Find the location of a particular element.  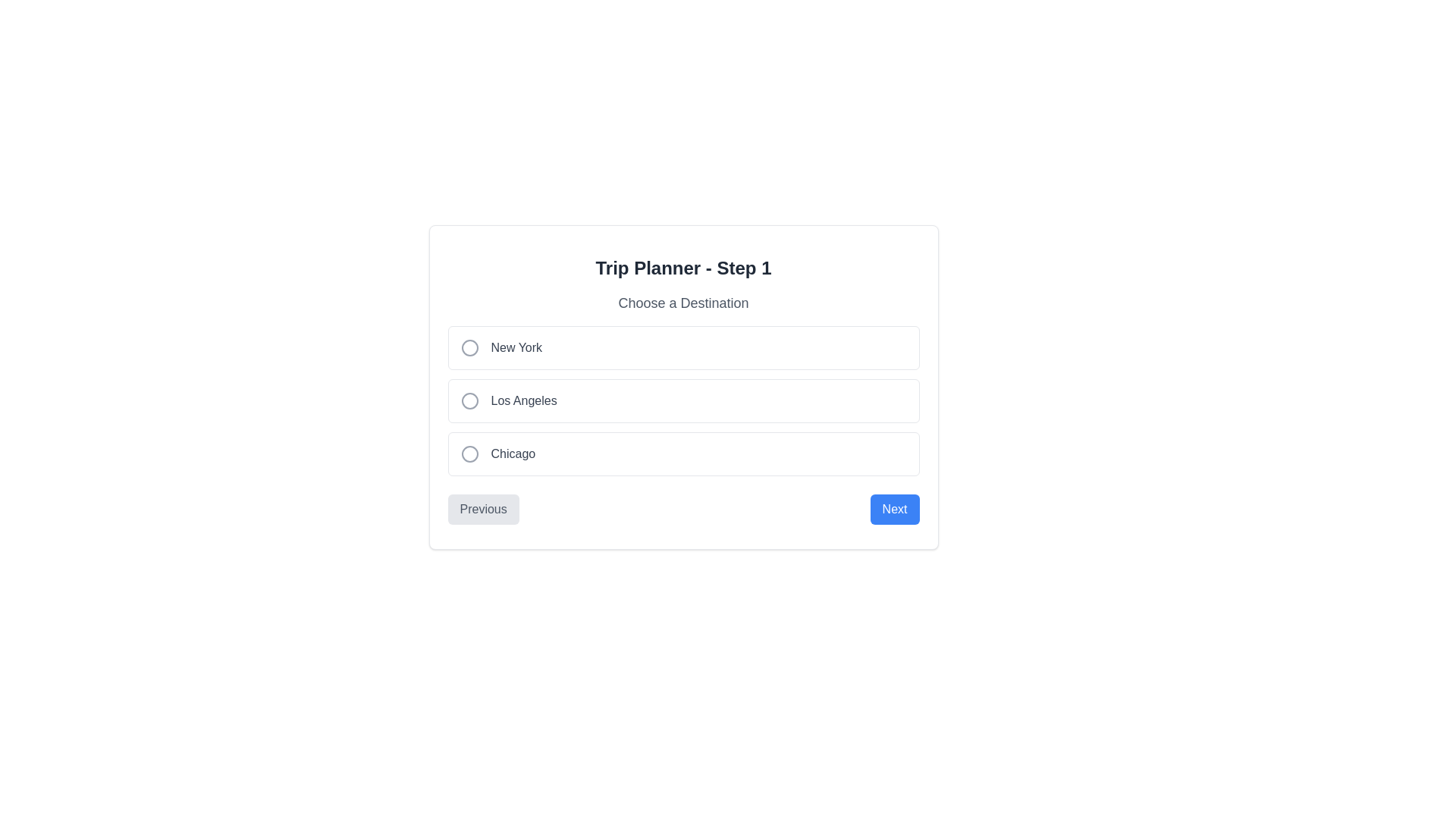

the 'Chicago' radio button option, which is the third choice in the vertical list within the 'Choose a Destination' selection box is located at coordinates (682, 453).